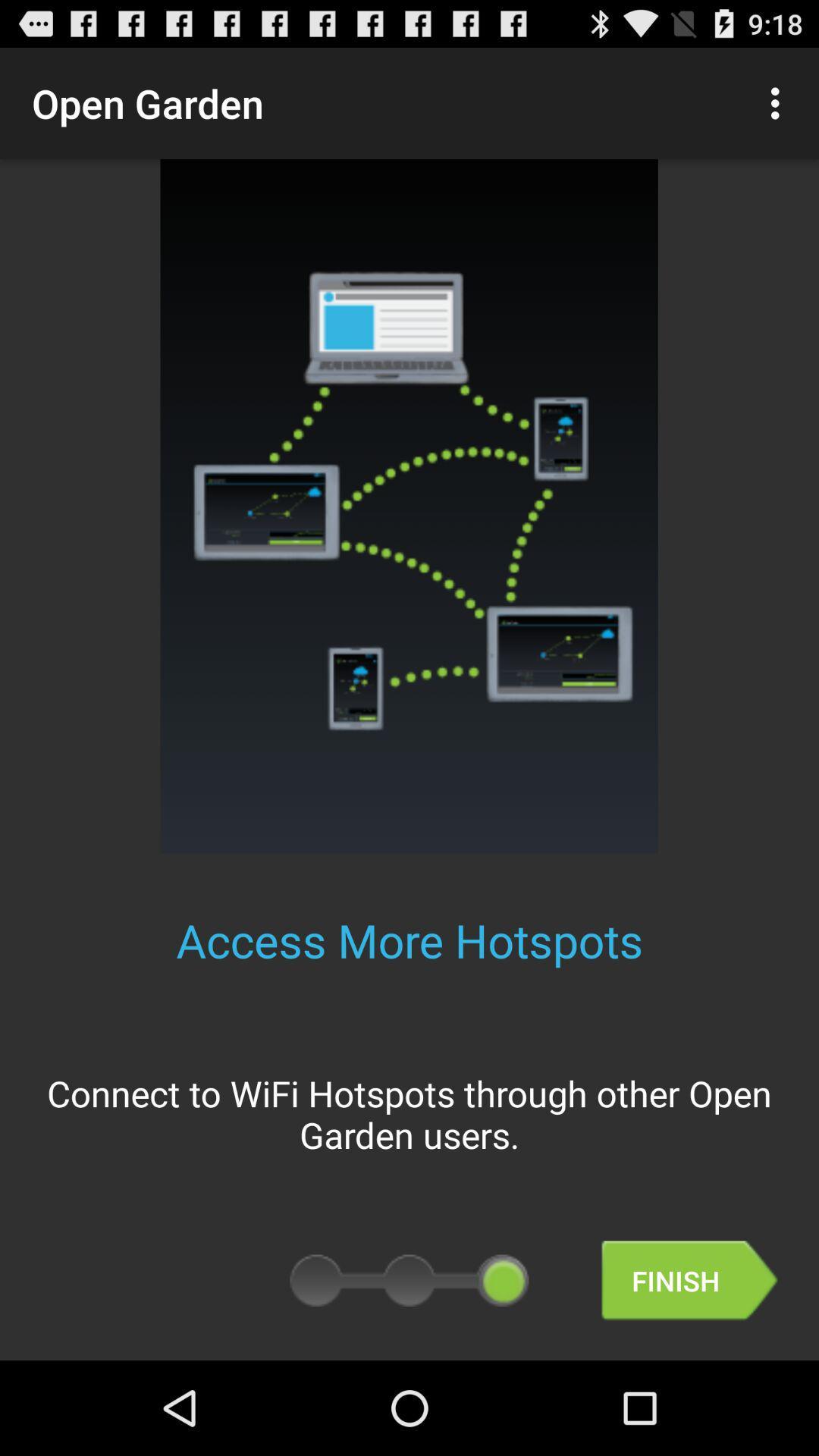  What do you see at coordinates (689, 1280) in the screenshot?
I see `finish button` at bounding box center [689, 1280].